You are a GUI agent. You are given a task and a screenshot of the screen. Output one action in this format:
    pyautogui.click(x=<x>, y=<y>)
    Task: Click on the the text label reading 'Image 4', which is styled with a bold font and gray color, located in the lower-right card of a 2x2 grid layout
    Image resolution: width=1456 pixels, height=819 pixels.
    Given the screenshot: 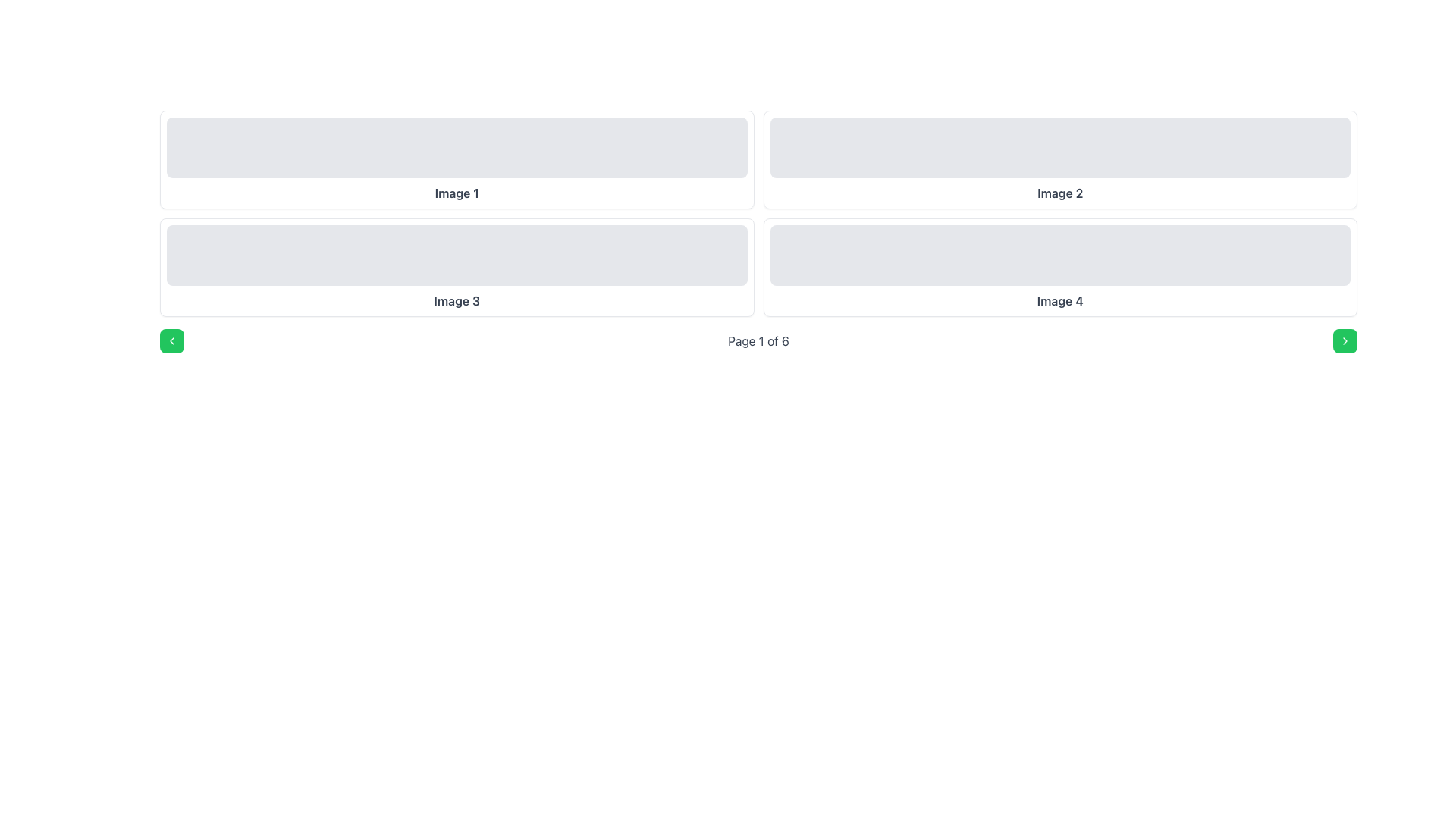 What is the action you would take?
    pyautogui.click(x=1059, y=301)
    